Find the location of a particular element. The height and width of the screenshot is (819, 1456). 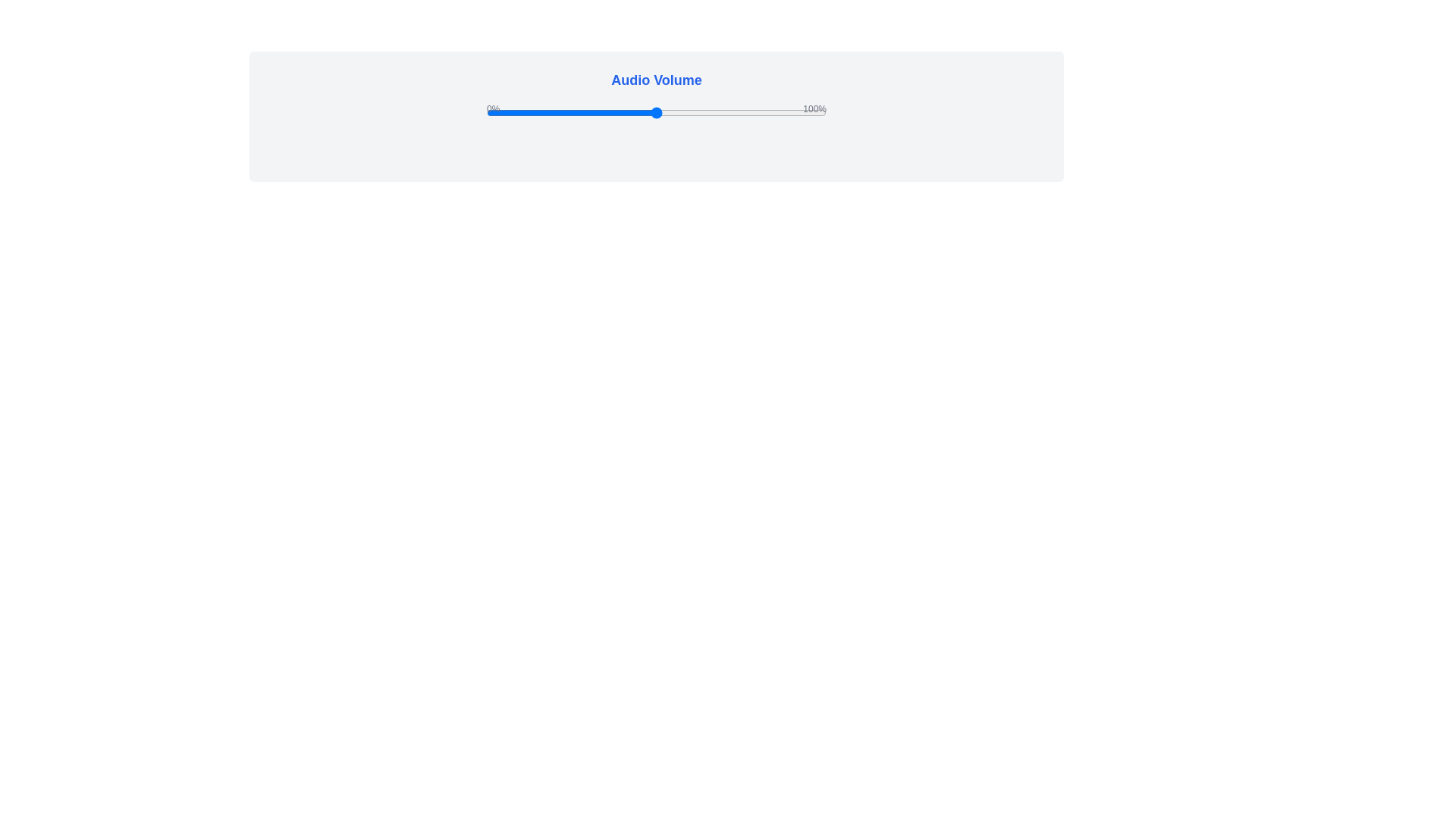

the handle of the Slider input control labeled 'Audio Volume' is located at coordinates (656, 112).